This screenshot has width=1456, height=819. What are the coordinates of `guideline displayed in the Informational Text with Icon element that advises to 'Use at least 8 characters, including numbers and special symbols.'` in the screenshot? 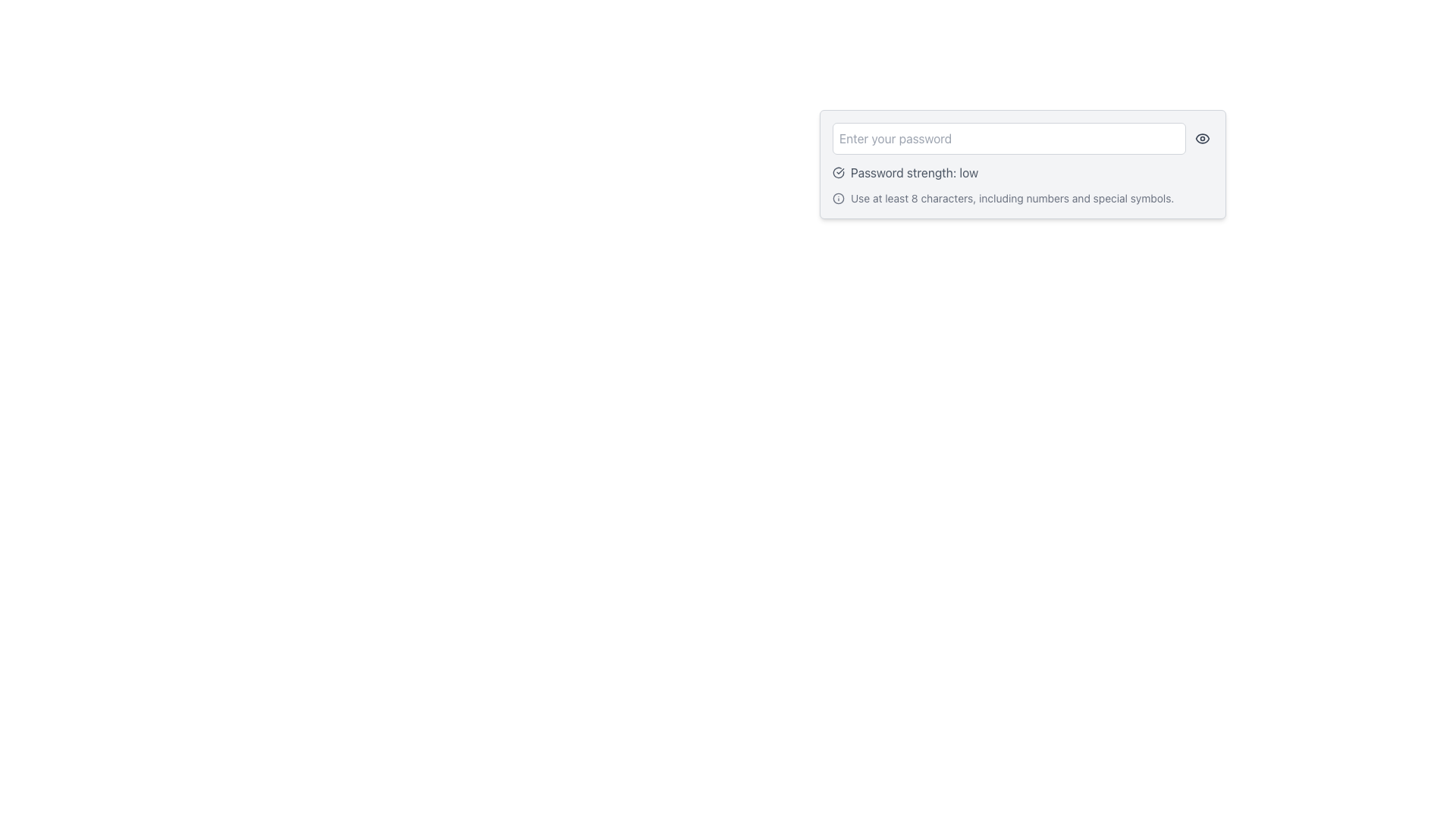 It's located at (1022, 198).